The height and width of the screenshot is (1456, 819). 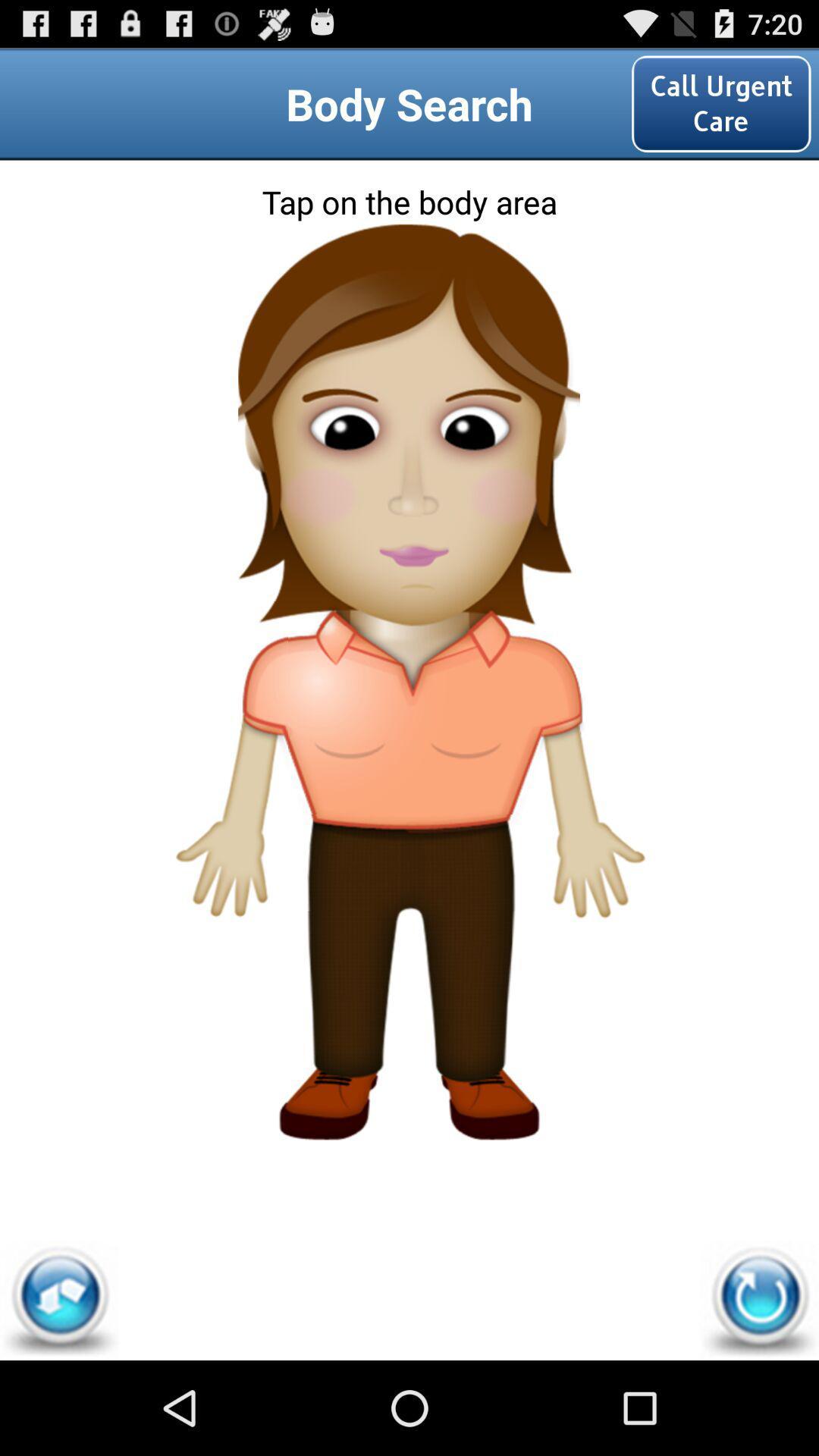 What do you see at coordinates (408, 862) in the screenshot?
I see `tapping crotch region` at bounding box center [408, 862].